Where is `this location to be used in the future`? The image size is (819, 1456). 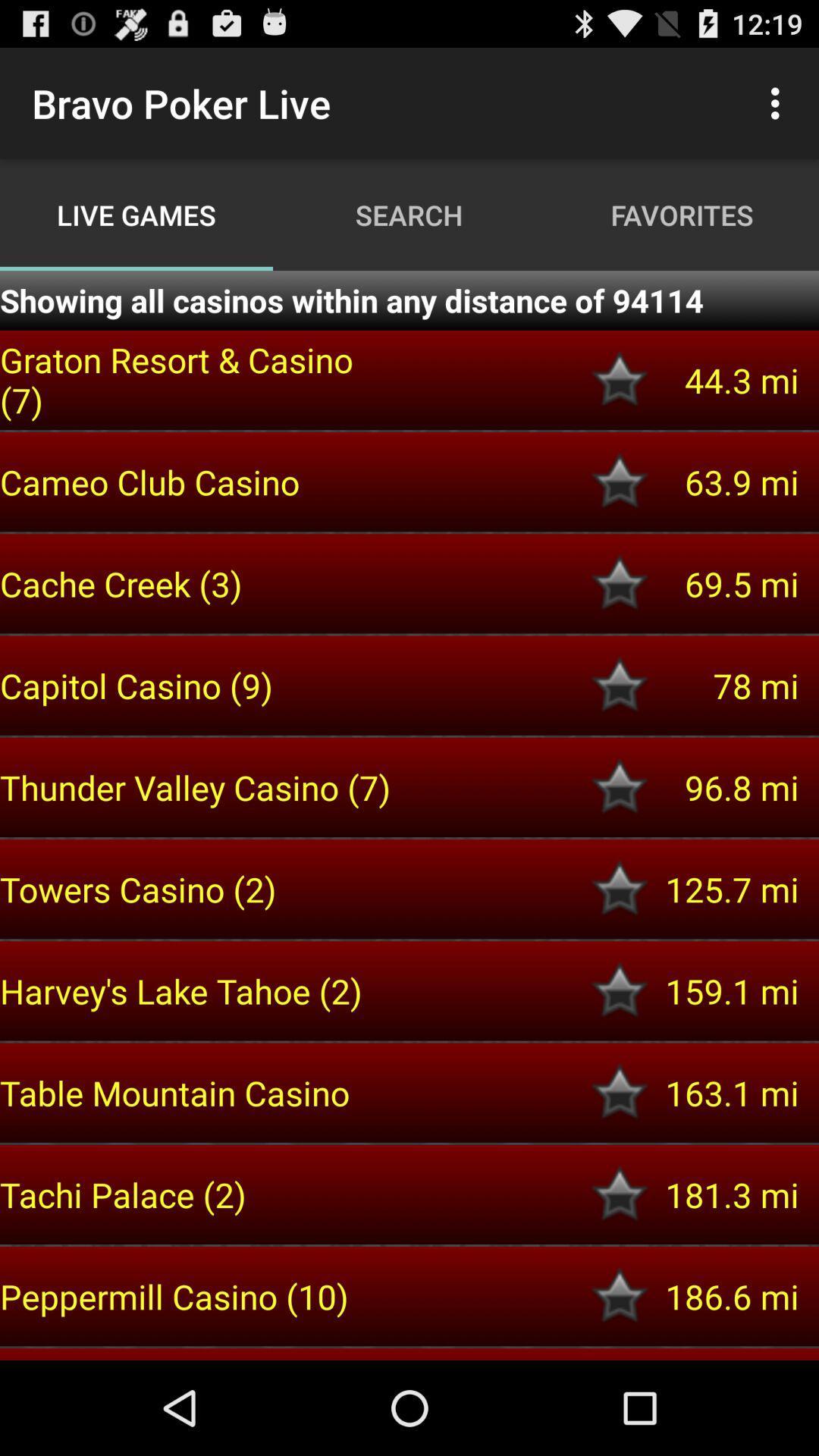
this location to be used in the future is located at coordinates (620, 685).